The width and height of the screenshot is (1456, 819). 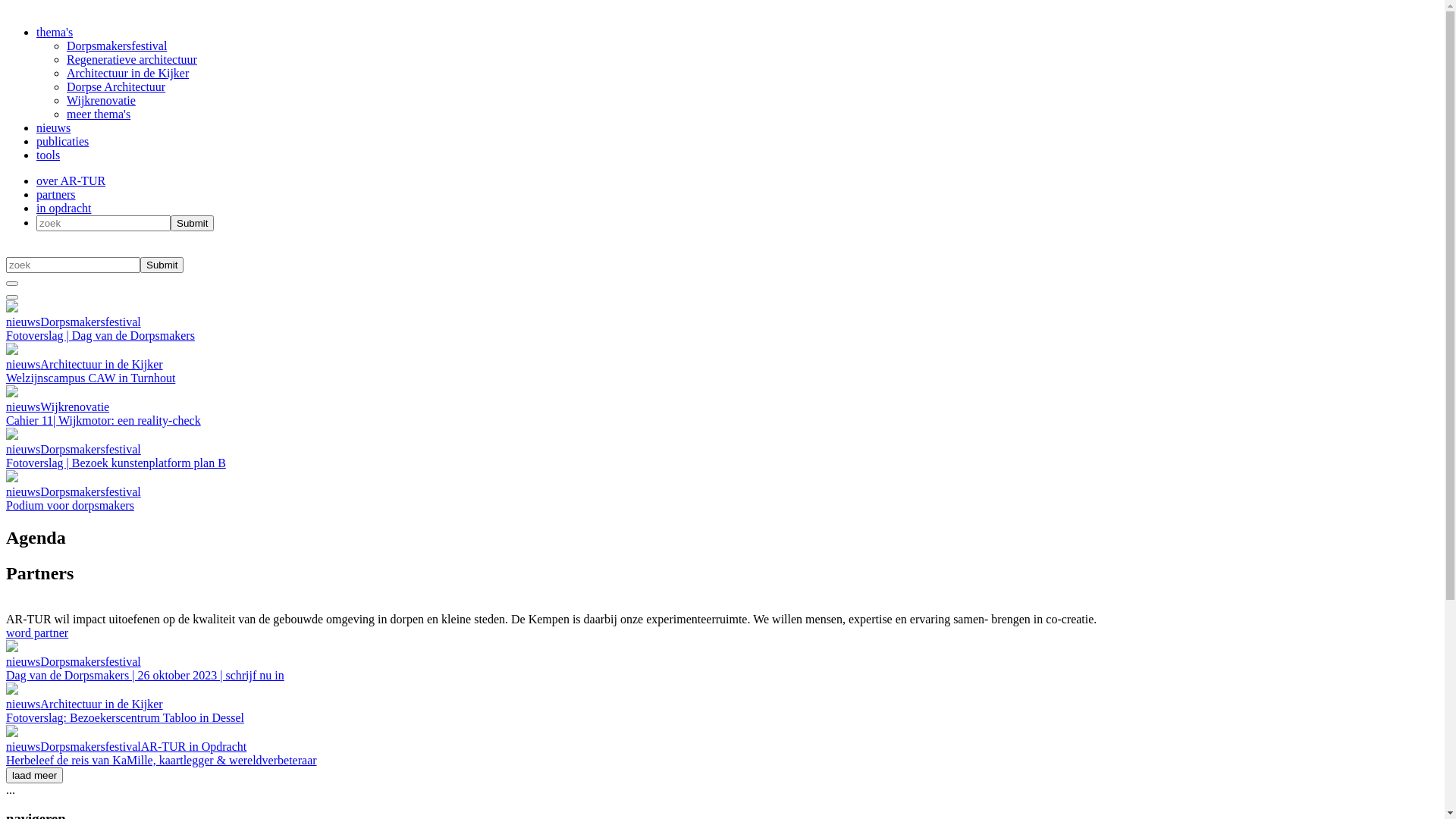 I want to click on 'Dorpse Architectuur', so click(x=65, y=86).